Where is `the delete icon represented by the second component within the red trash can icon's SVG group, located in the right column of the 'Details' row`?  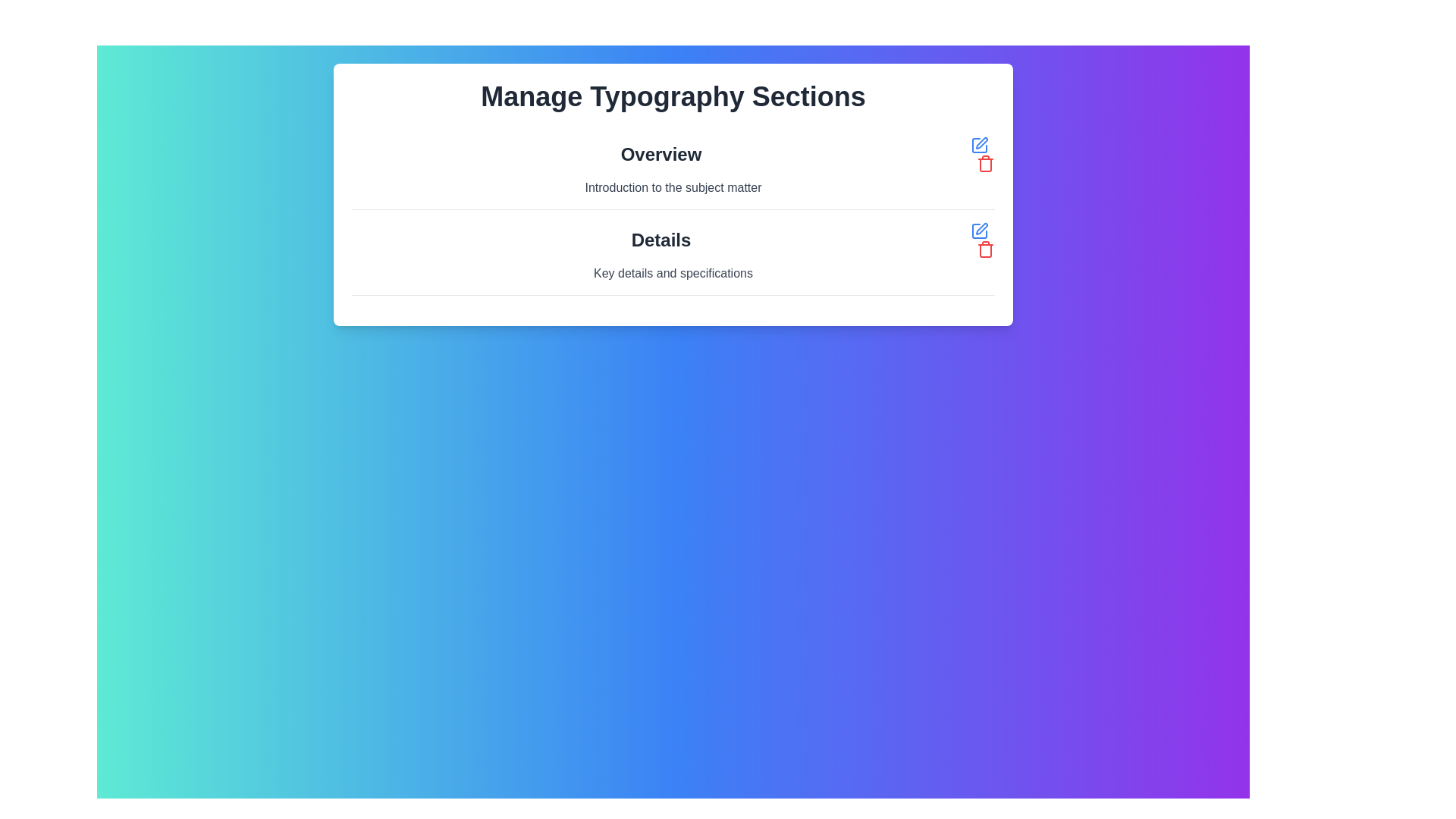
the delete icon represented by the second component within the red trash can icon's SVG group, located in the right column of the 'Details' row is located at coordinates (986, 165).